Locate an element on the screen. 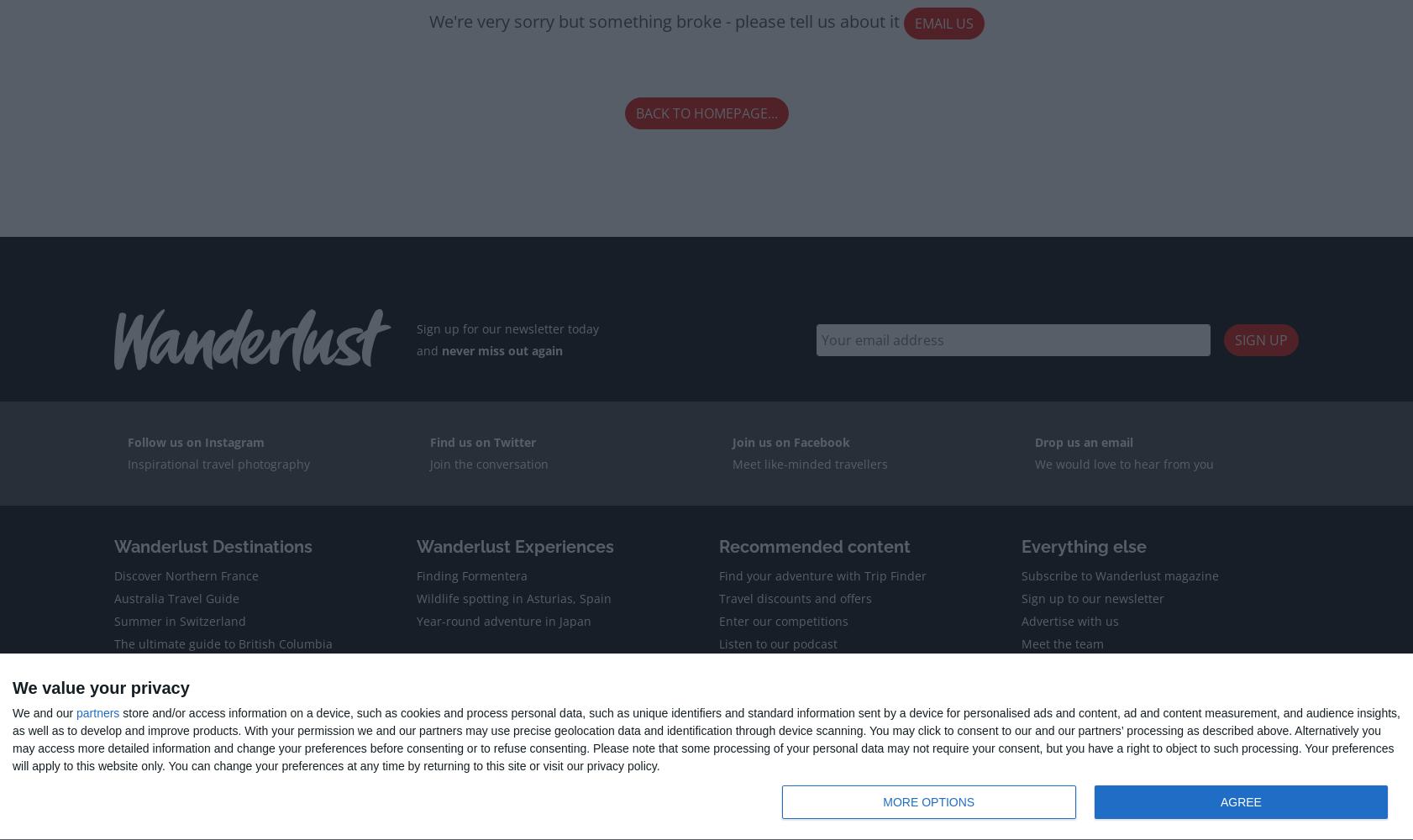  'Meet the team' is located at coordinates (1063, 643).